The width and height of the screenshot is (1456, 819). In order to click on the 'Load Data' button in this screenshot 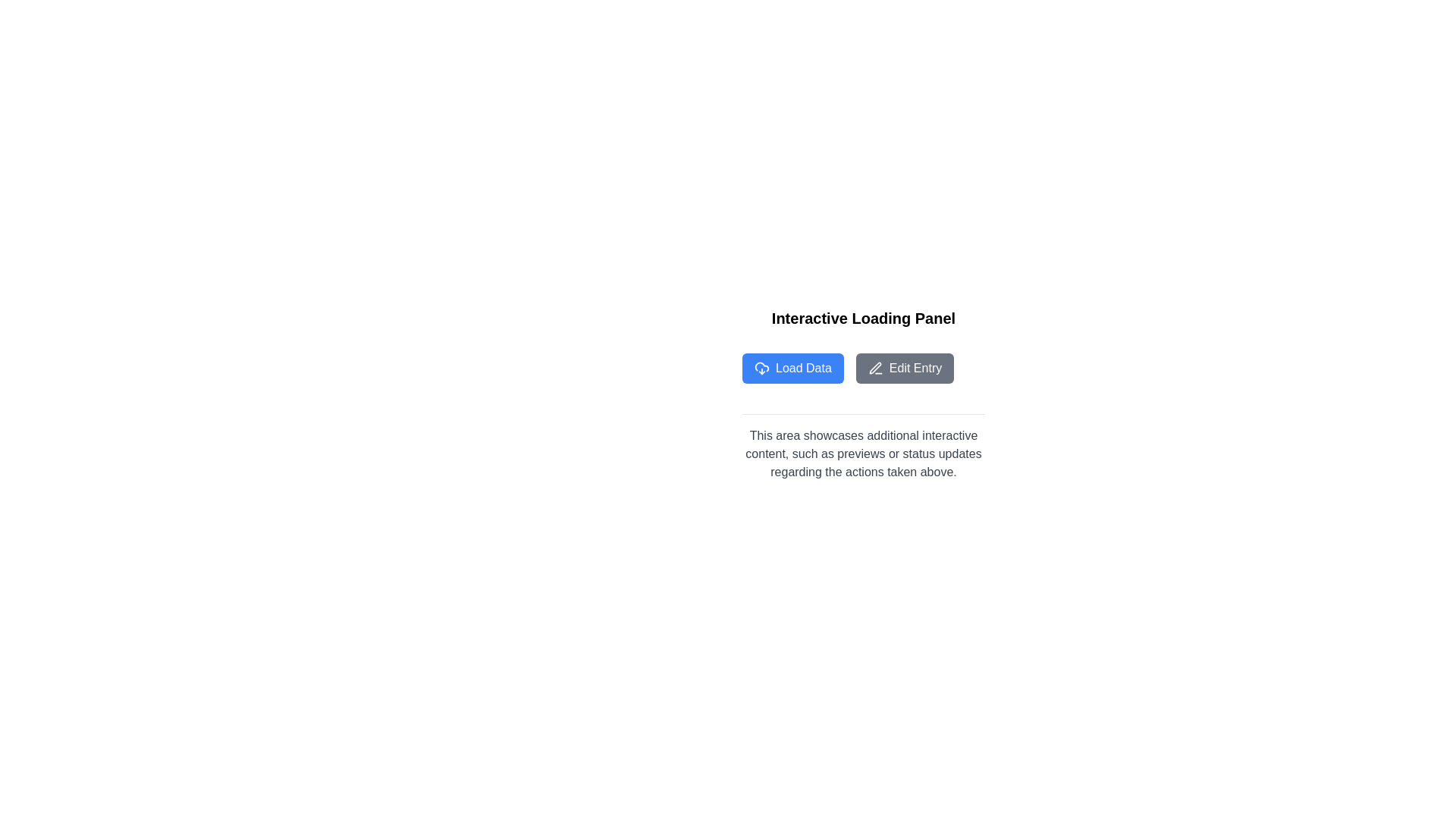, I will do `click(792, 369)`.